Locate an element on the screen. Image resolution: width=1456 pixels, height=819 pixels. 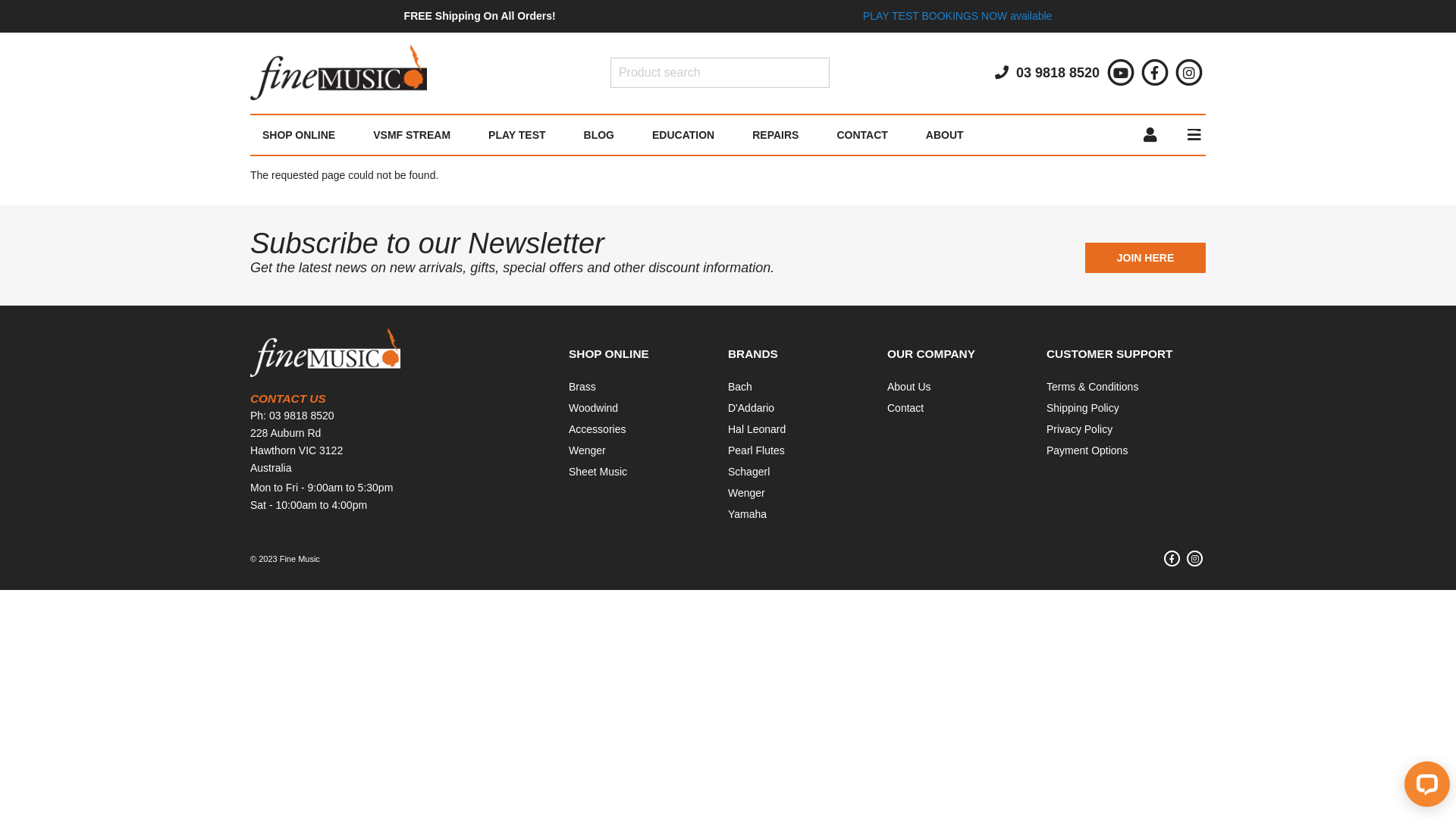
'Bach' is located at coordinates (739, 385).